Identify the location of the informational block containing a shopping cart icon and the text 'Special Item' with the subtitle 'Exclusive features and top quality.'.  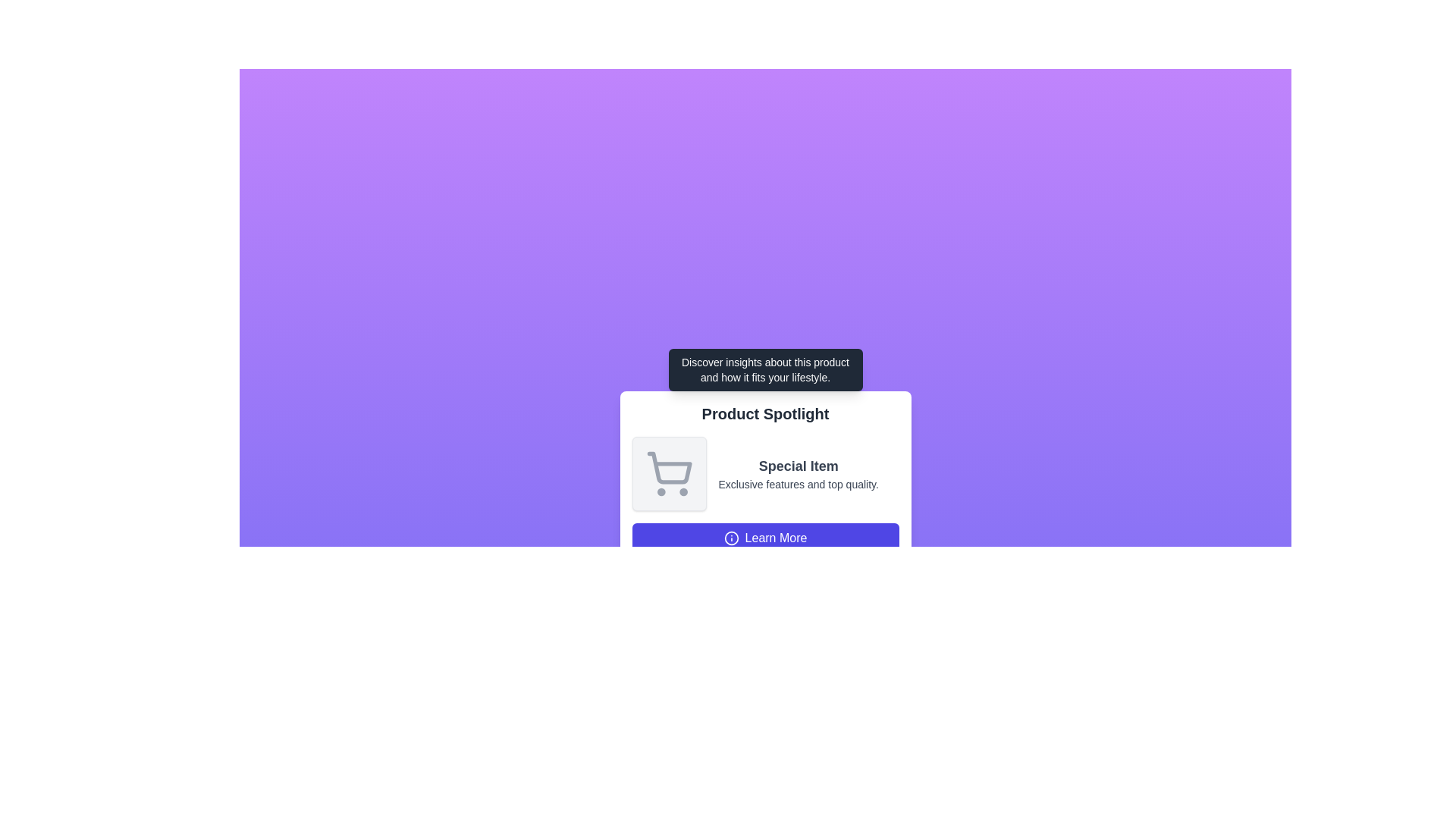
(765, 472).